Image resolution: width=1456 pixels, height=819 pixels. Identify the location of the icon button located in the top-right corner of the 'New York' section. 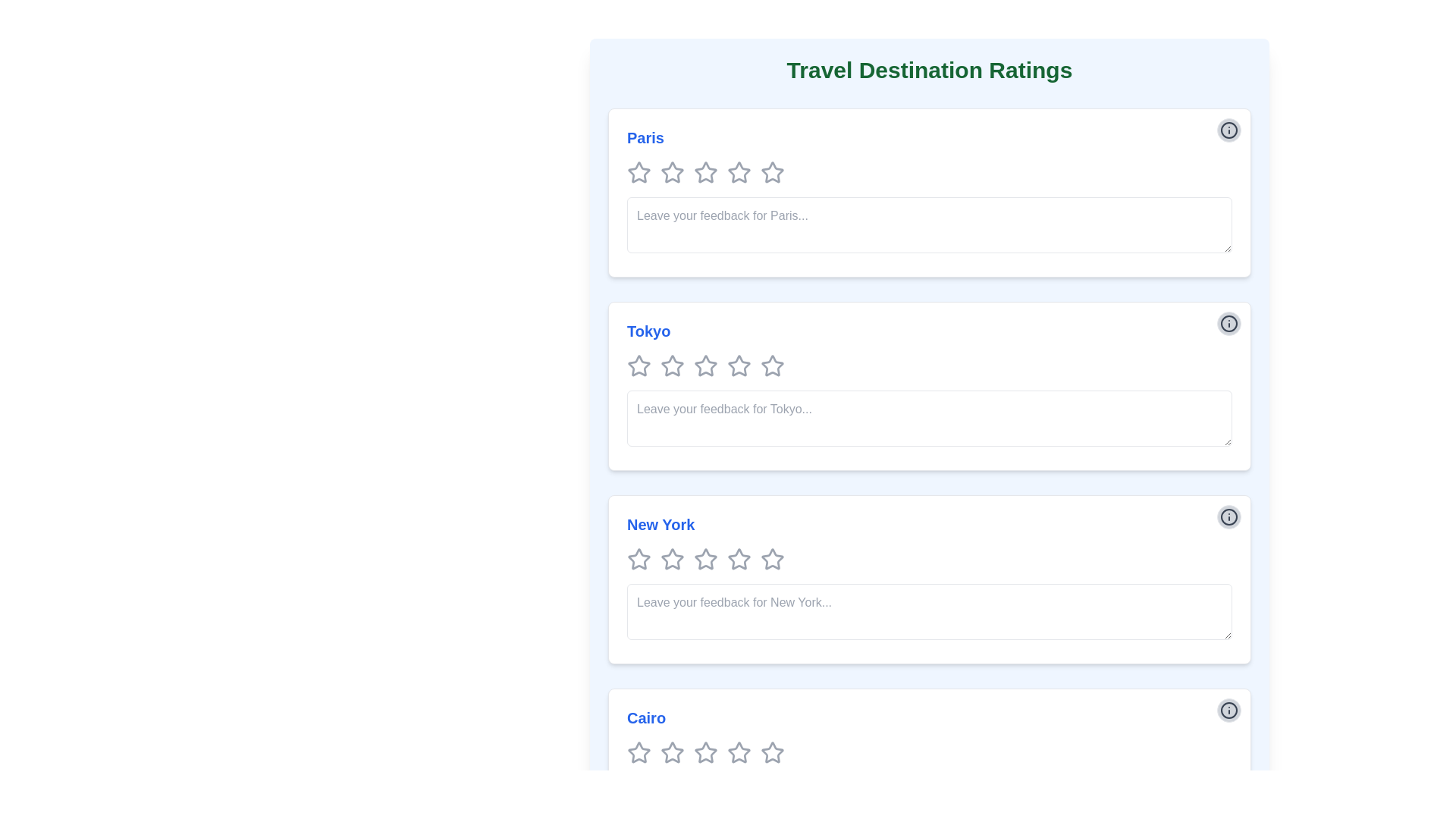
(1229, 516).